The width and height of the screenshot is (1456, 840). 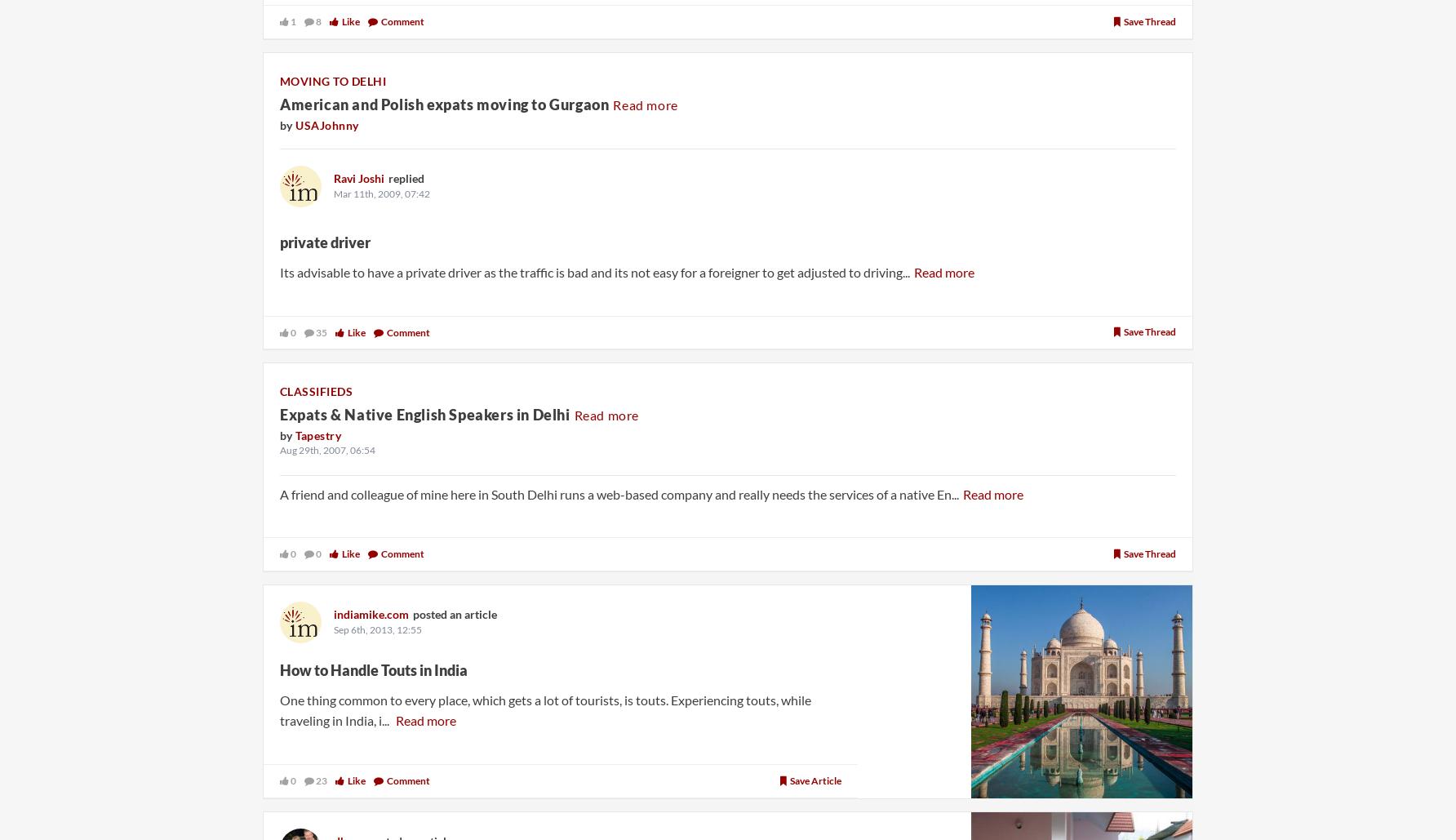 What do you see at coordinates (815, 780) in the screenshot?
I see `'Save article'` at bounding box center [815, 780].